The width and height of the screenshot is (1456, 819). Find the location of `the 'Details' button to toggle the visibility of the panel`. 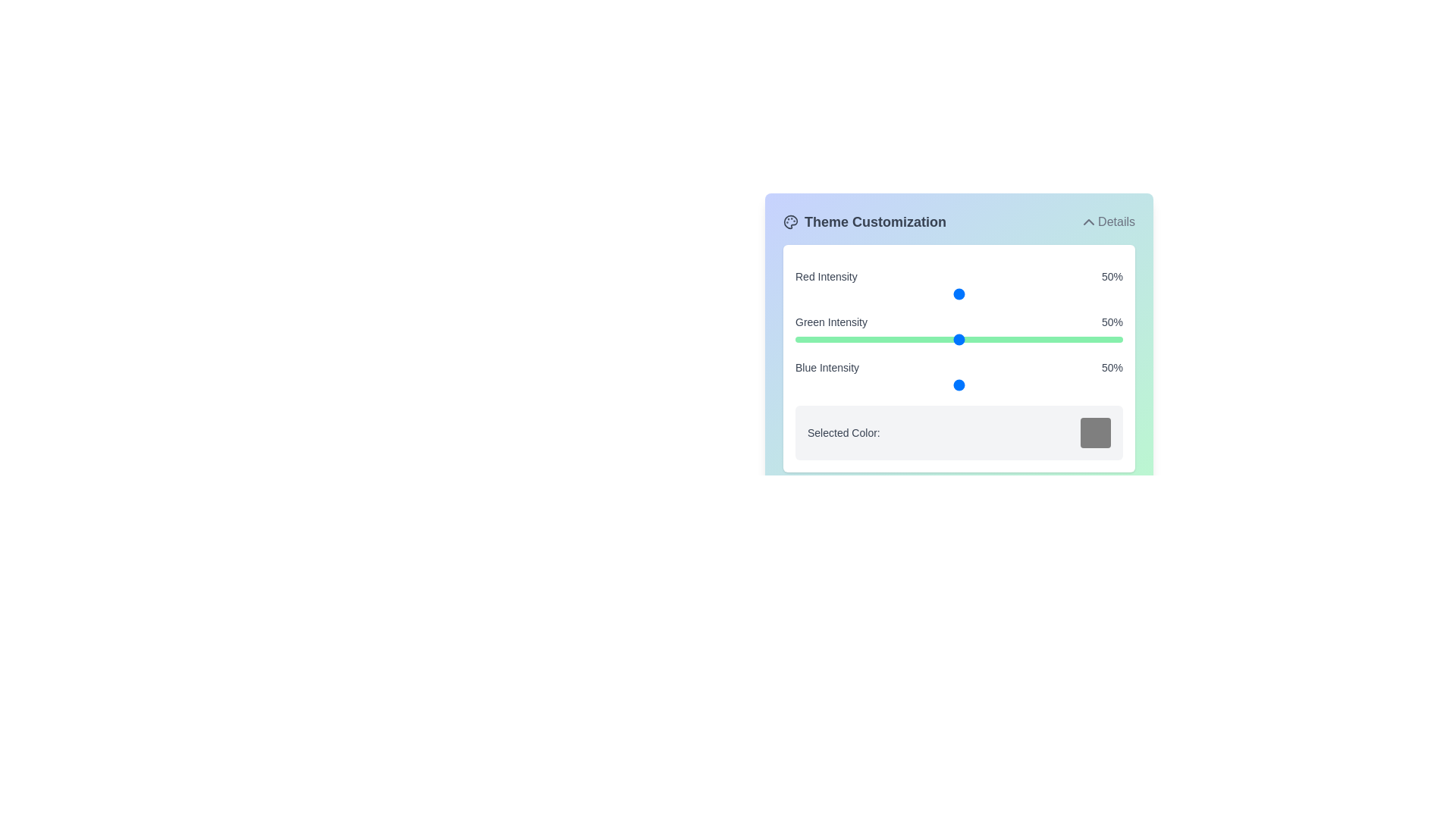

the 'Details' button to toggle the visibility of the panel is located at coordinates (1106, 222).